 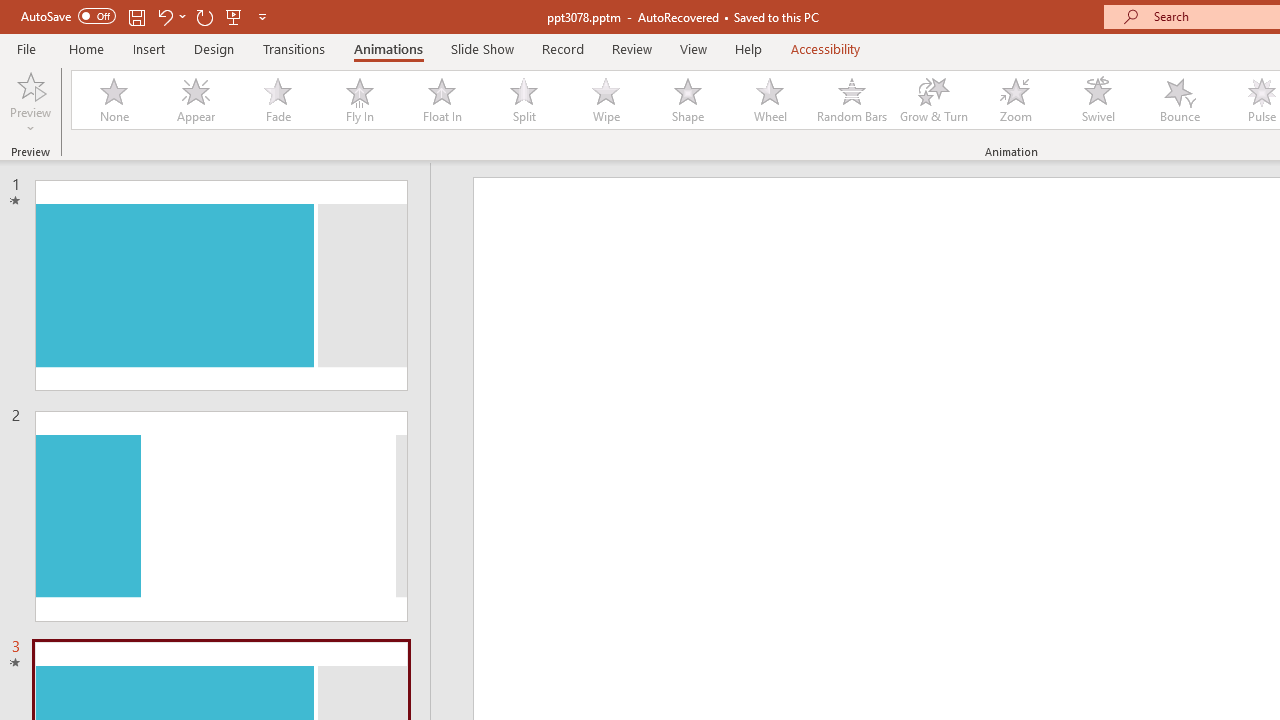 What do you see at coordinates (769, 100) in the screenshot?
I see `'Wheel'` at bounding box center [769, 100].